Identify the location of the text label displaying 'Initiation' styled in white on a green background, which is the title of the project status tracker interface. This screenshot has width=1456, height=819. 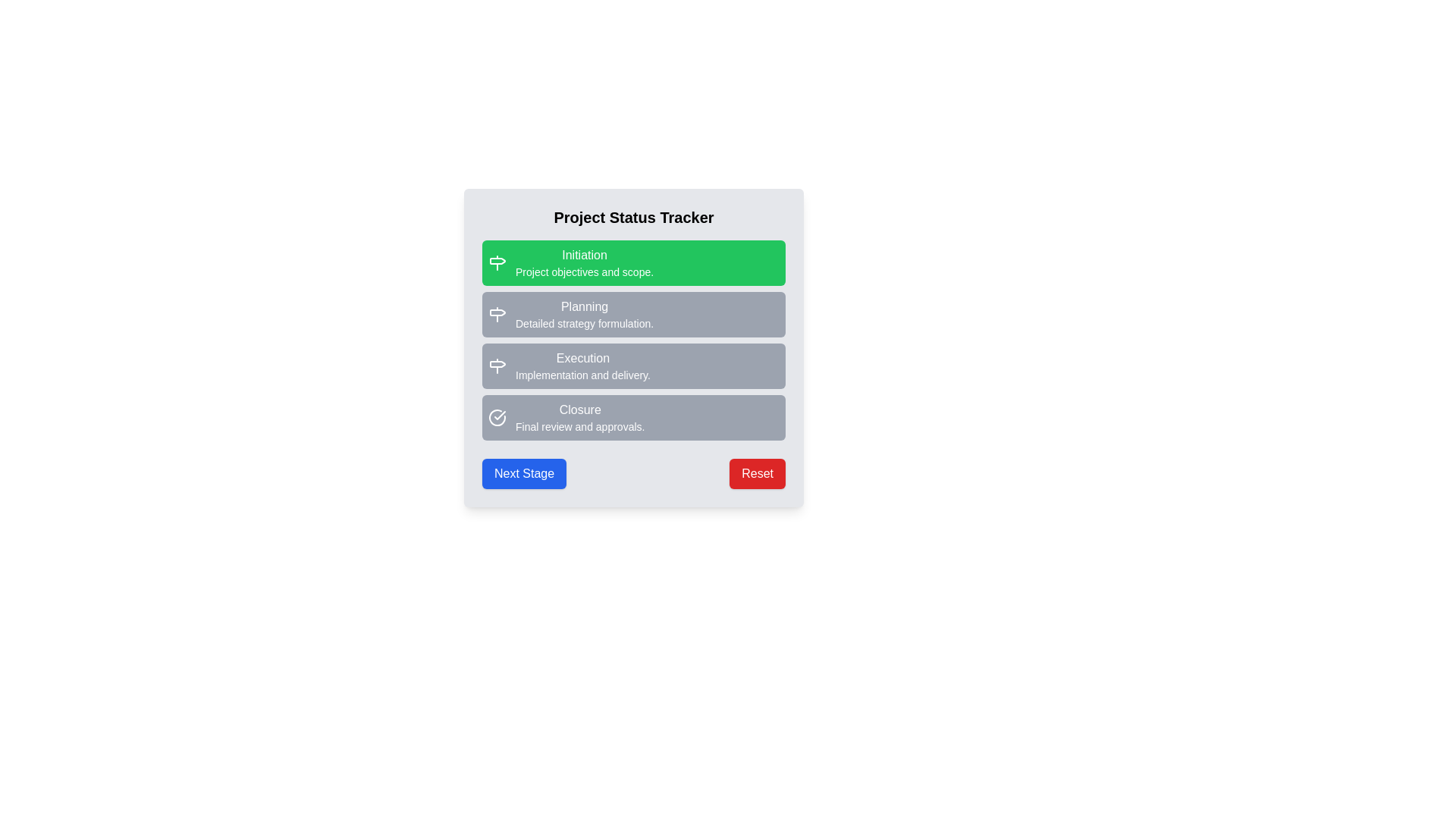
(584, 254).